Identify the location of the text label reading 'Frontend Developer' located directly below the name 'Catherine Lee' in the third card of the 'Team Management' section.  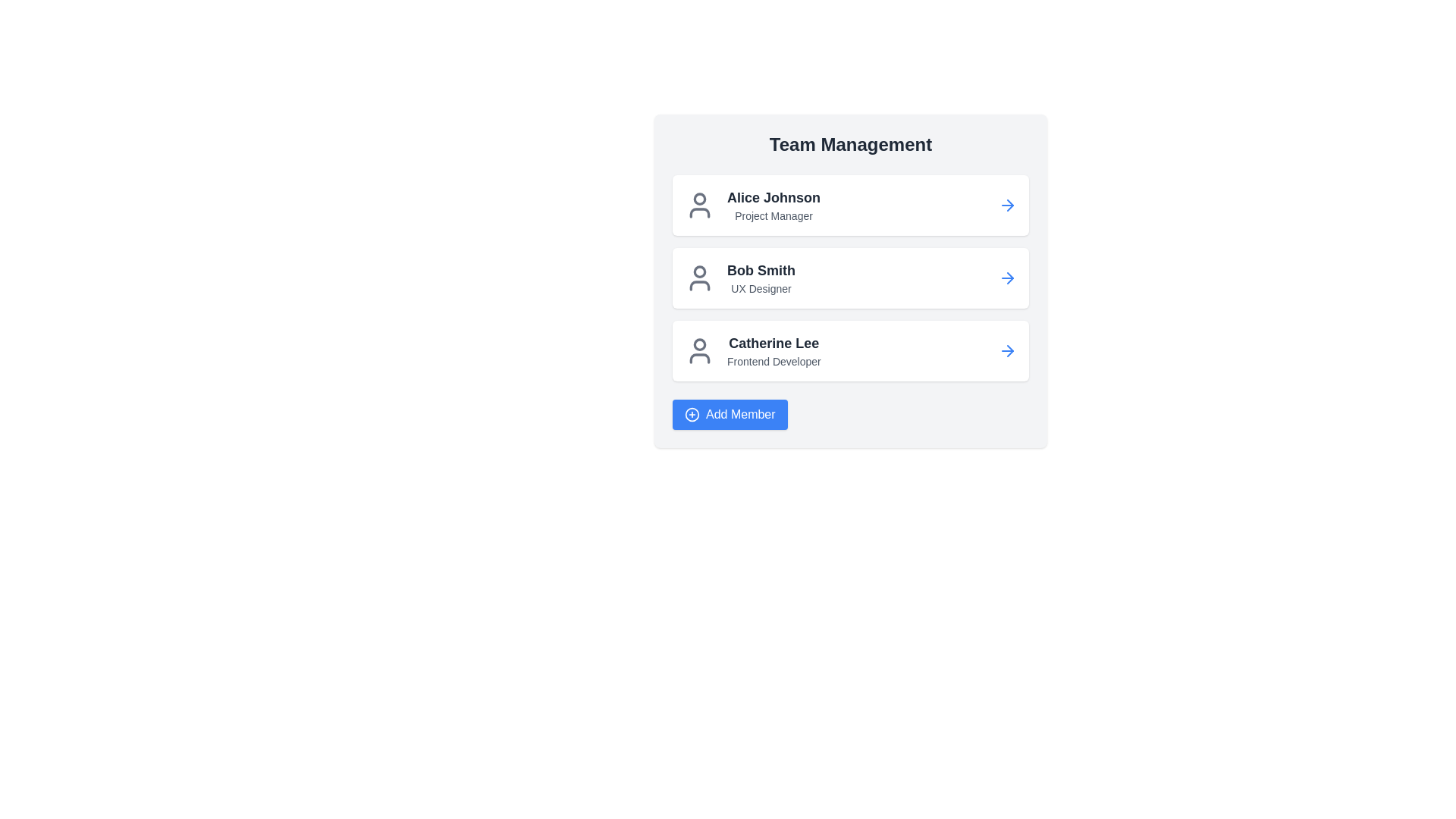
(773, 362).